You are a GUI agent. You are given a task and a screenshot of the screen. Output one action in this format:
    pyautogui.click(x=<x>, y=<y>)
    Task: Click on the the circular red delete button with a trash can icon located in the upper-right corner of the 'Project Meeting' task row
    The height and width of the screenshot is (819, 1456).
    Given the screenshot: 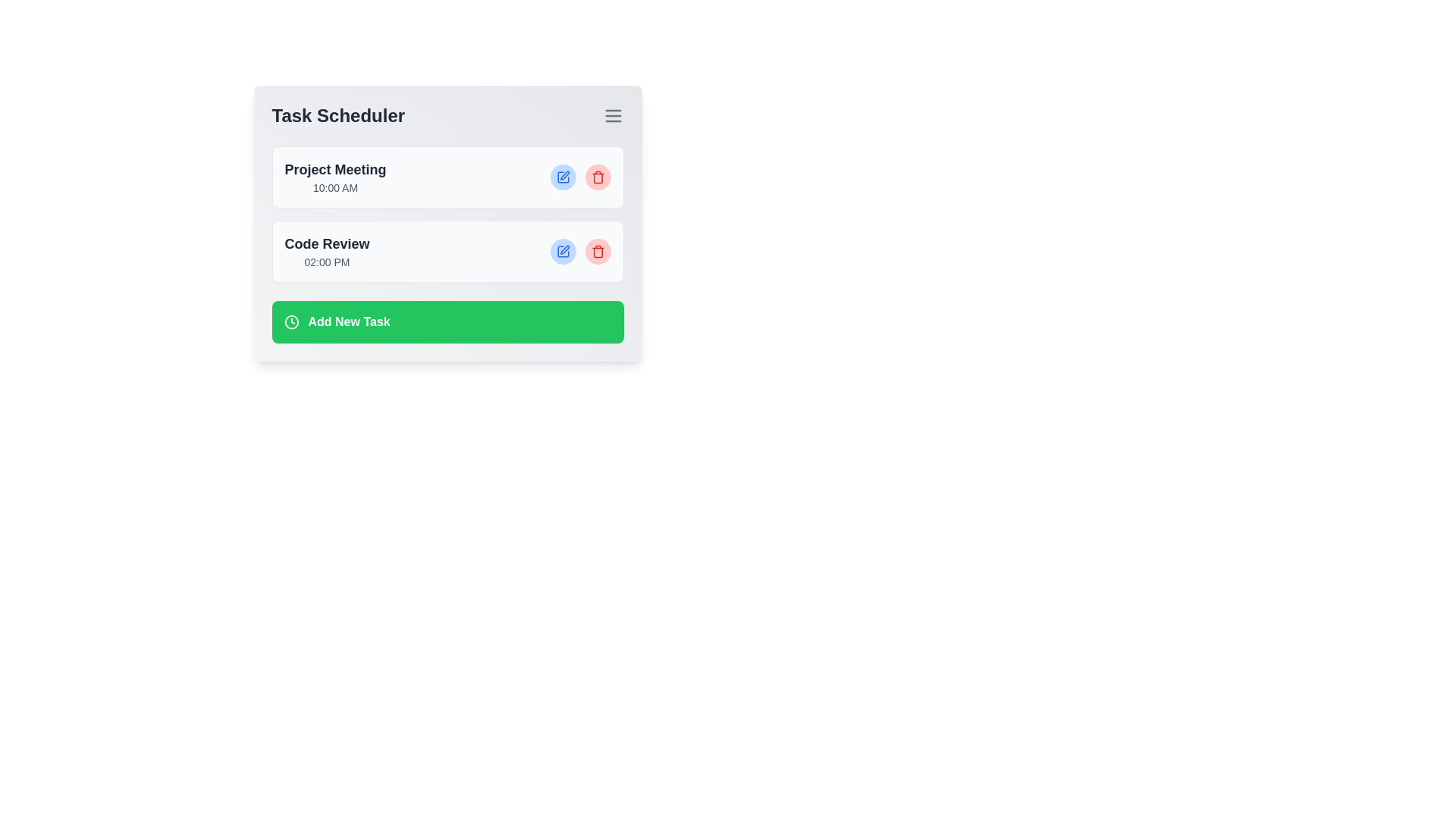 What is the action you would take?
    pyautogui.click(x=597, y=177)
    